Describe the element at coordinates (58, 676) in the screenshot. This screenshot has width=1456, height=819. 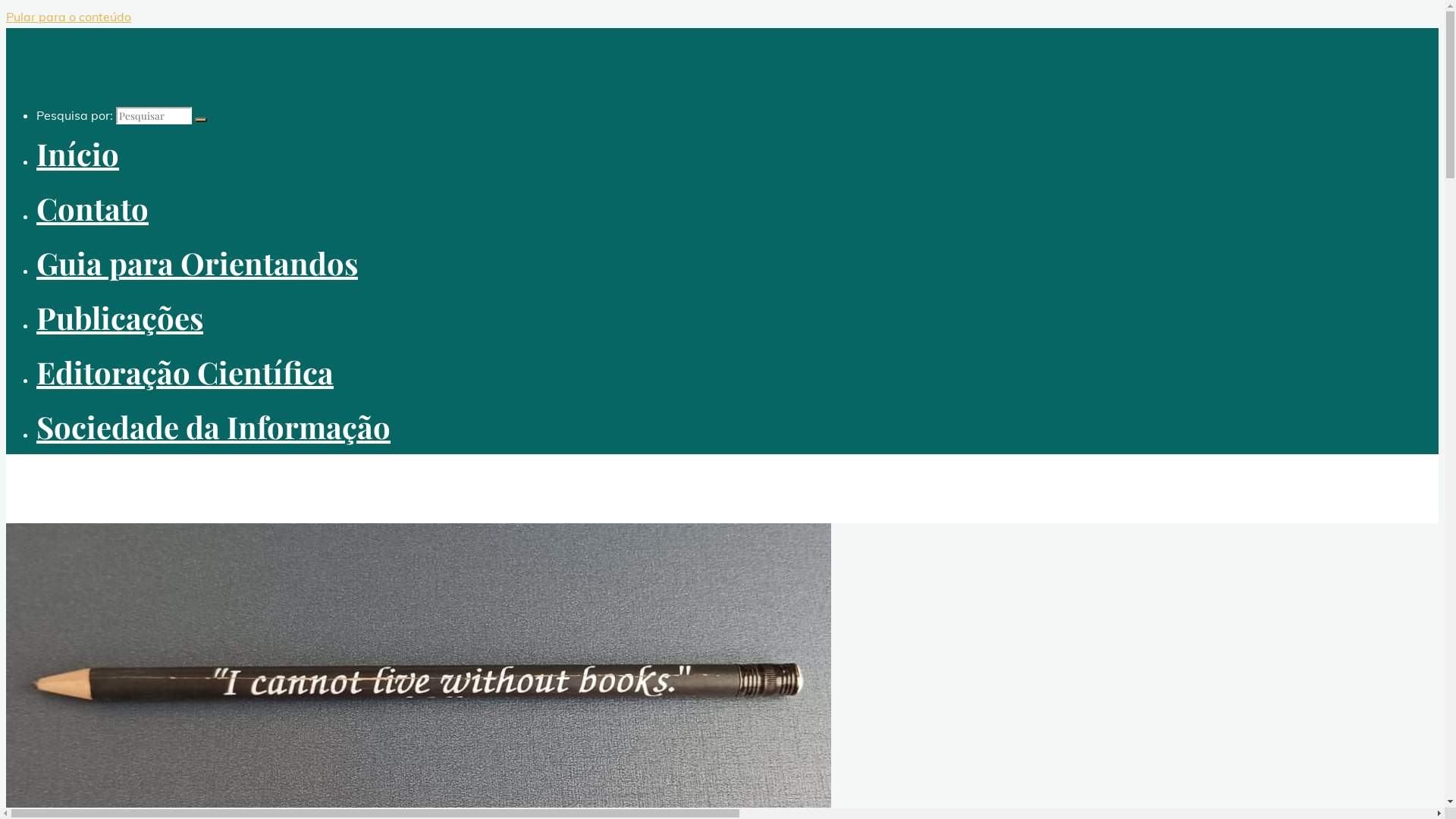
I see `'Contato'` at that location.